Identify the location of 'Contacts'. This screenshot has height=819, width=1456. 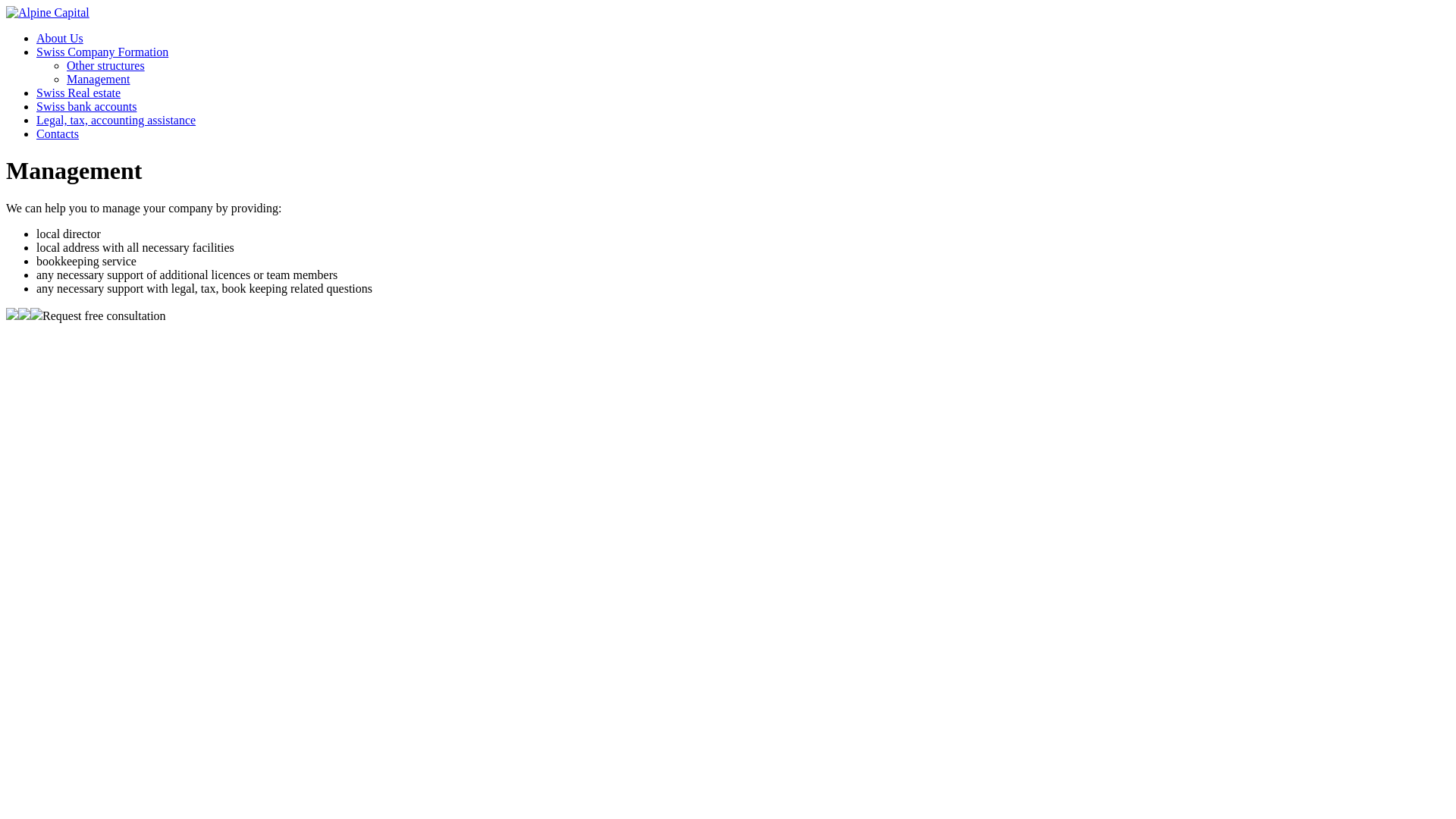
(58, 133).